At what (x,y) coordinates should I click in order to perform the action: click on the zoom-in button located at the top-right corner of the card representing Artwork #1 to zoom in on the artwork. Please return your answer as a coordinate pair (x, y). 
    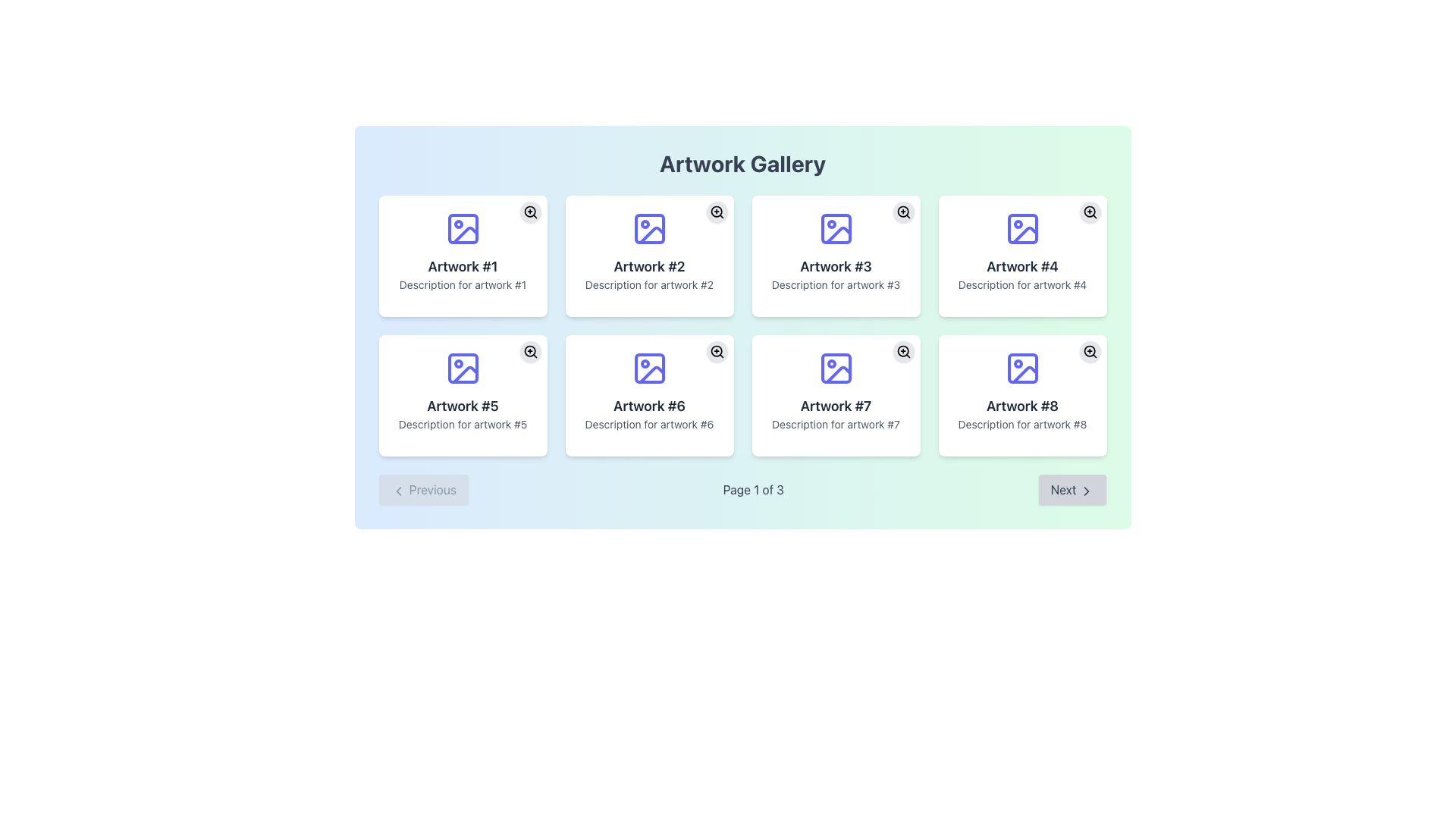
    Looking at the image, I should click on (530, 212).